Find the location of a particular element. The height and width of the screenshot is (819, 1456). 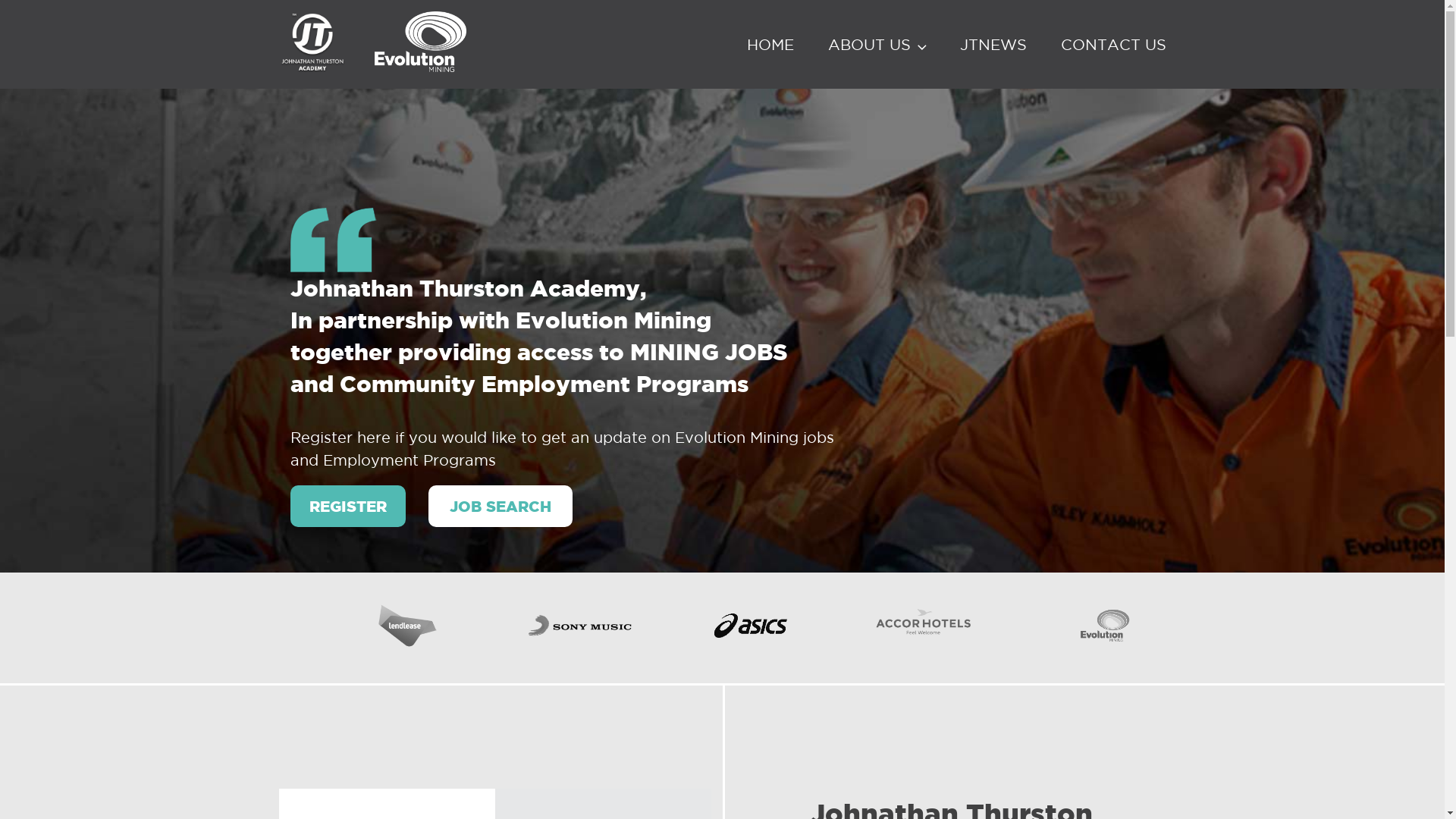

'HOME' is located at coordinates (745, 43).